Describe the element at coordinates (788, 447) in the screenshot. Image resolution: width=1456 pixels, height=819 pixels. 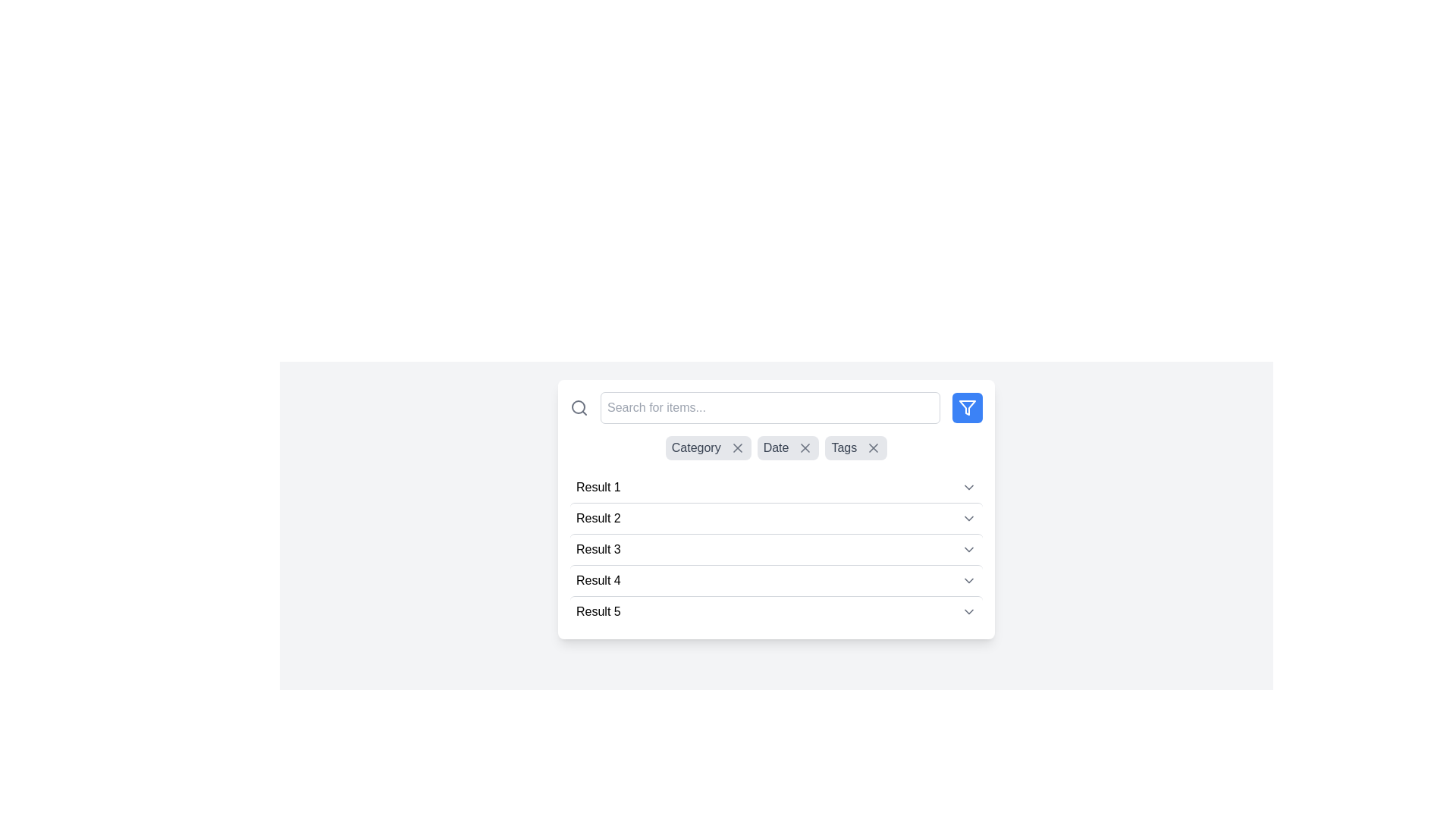
I see `the 'X' icon on the tag labeled 'Date'` at that location.